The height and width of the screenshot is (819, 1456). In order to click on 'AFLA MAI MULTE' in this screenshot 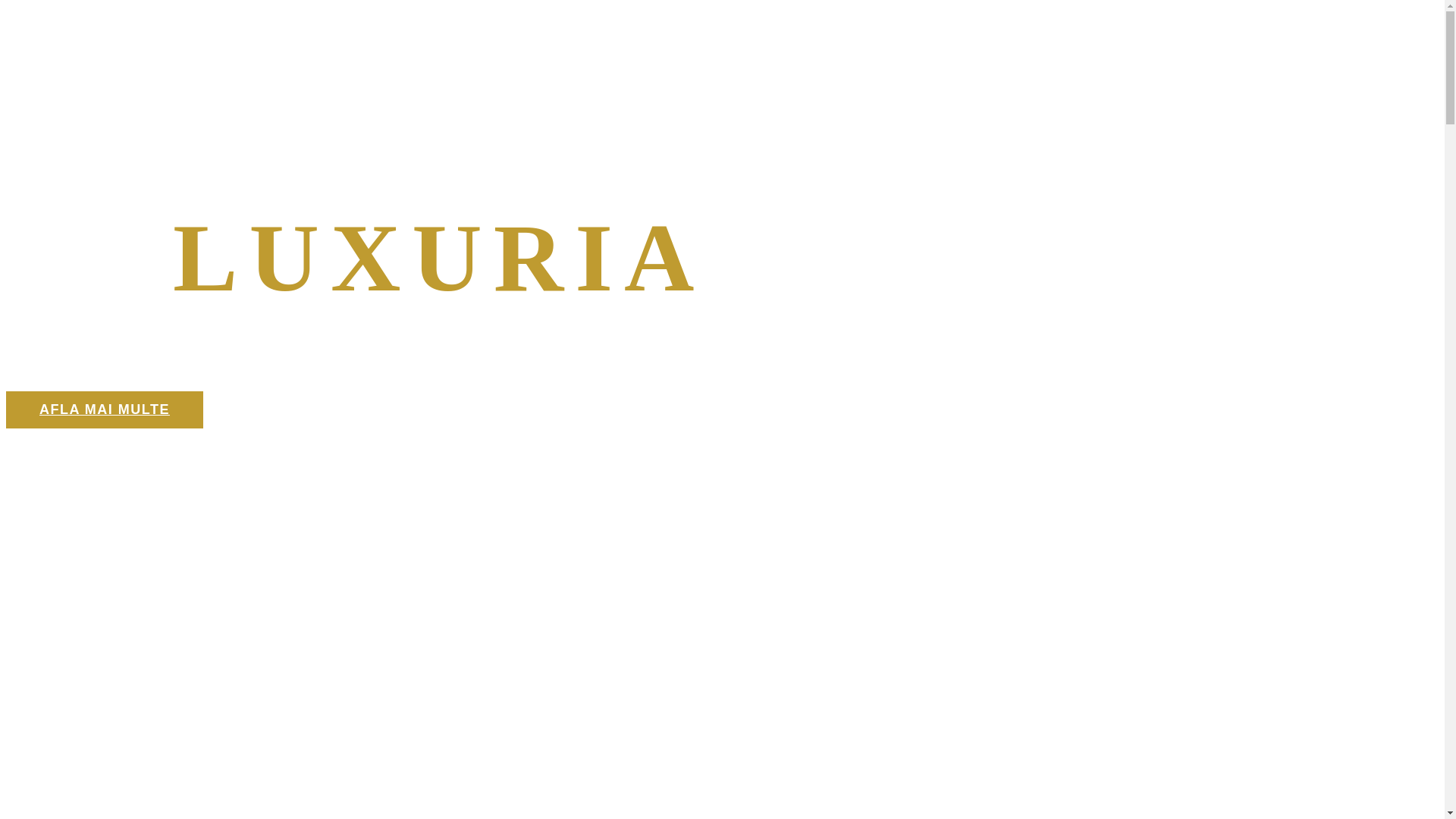, I will do `click(104, 409)`.